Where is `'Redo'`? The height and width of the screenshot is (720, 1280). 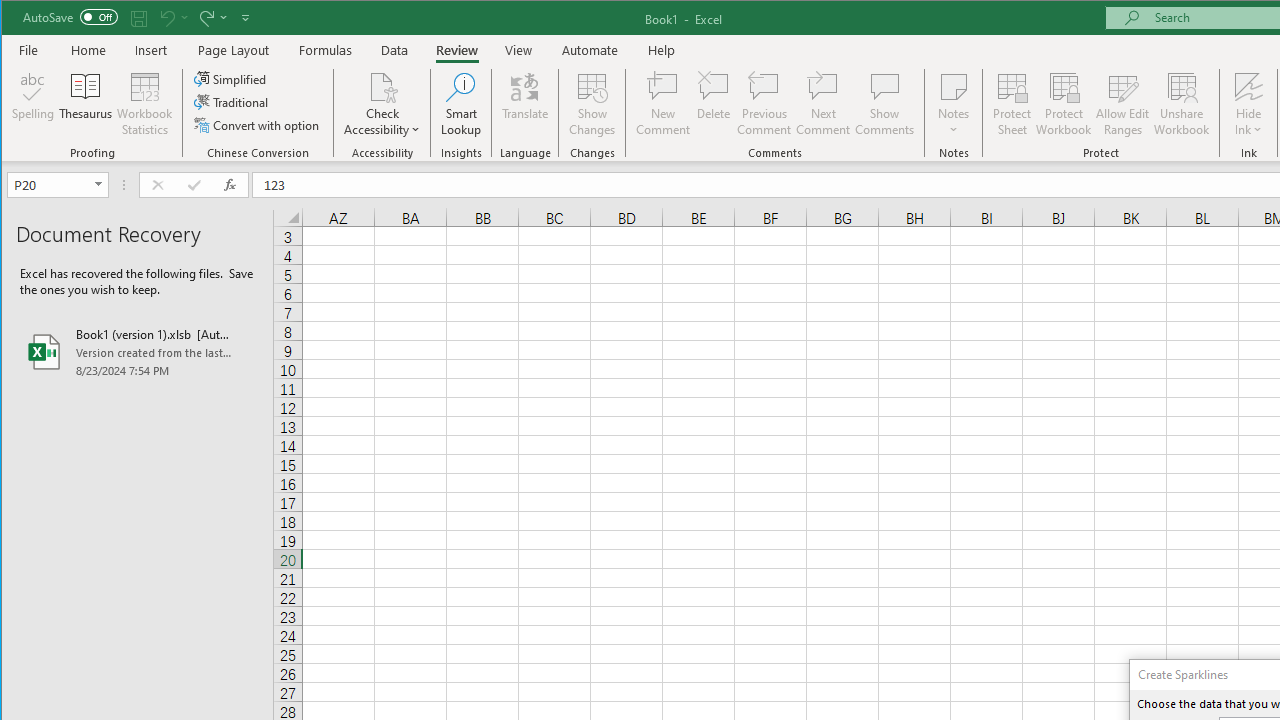 'Redo' is located at coordinates (211, 17).